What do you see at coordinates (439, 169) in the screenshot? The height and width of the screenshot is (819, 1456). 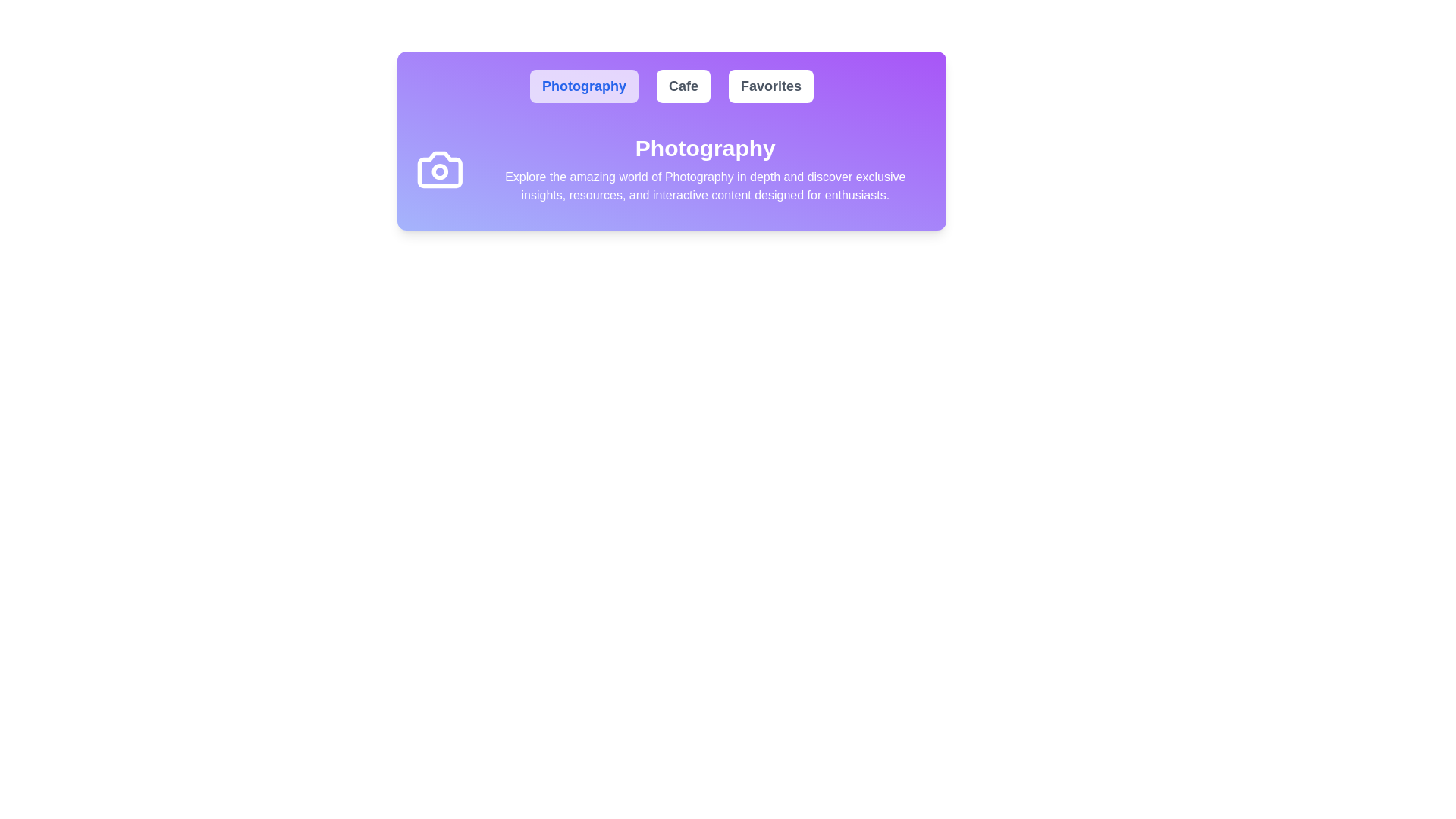 I see `the camera icon with a white outline against a purple background, located to the left of the 'Photography' heading` at bounding box center [439, 169].